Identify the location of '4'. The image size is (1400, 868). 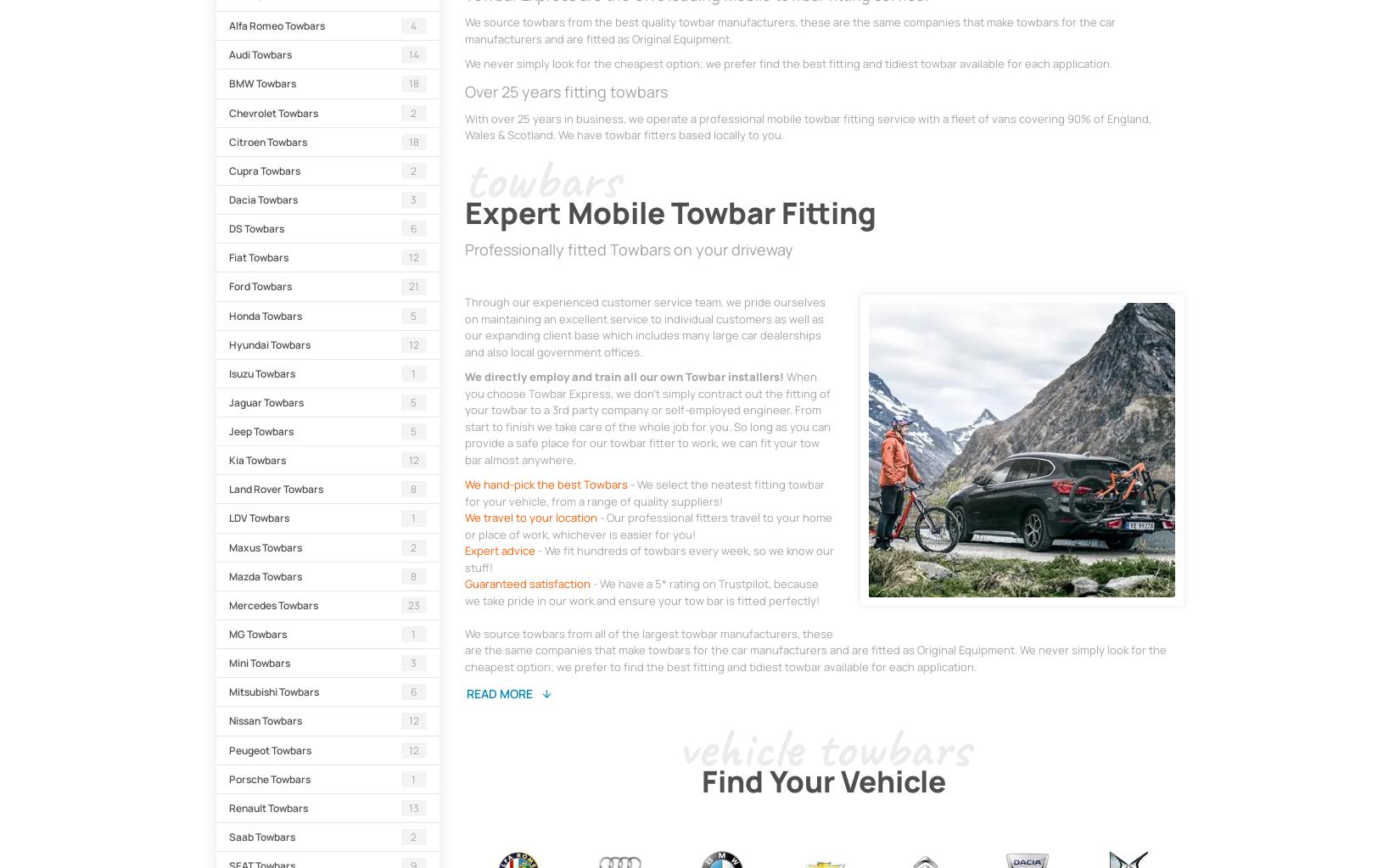
(412, 25).